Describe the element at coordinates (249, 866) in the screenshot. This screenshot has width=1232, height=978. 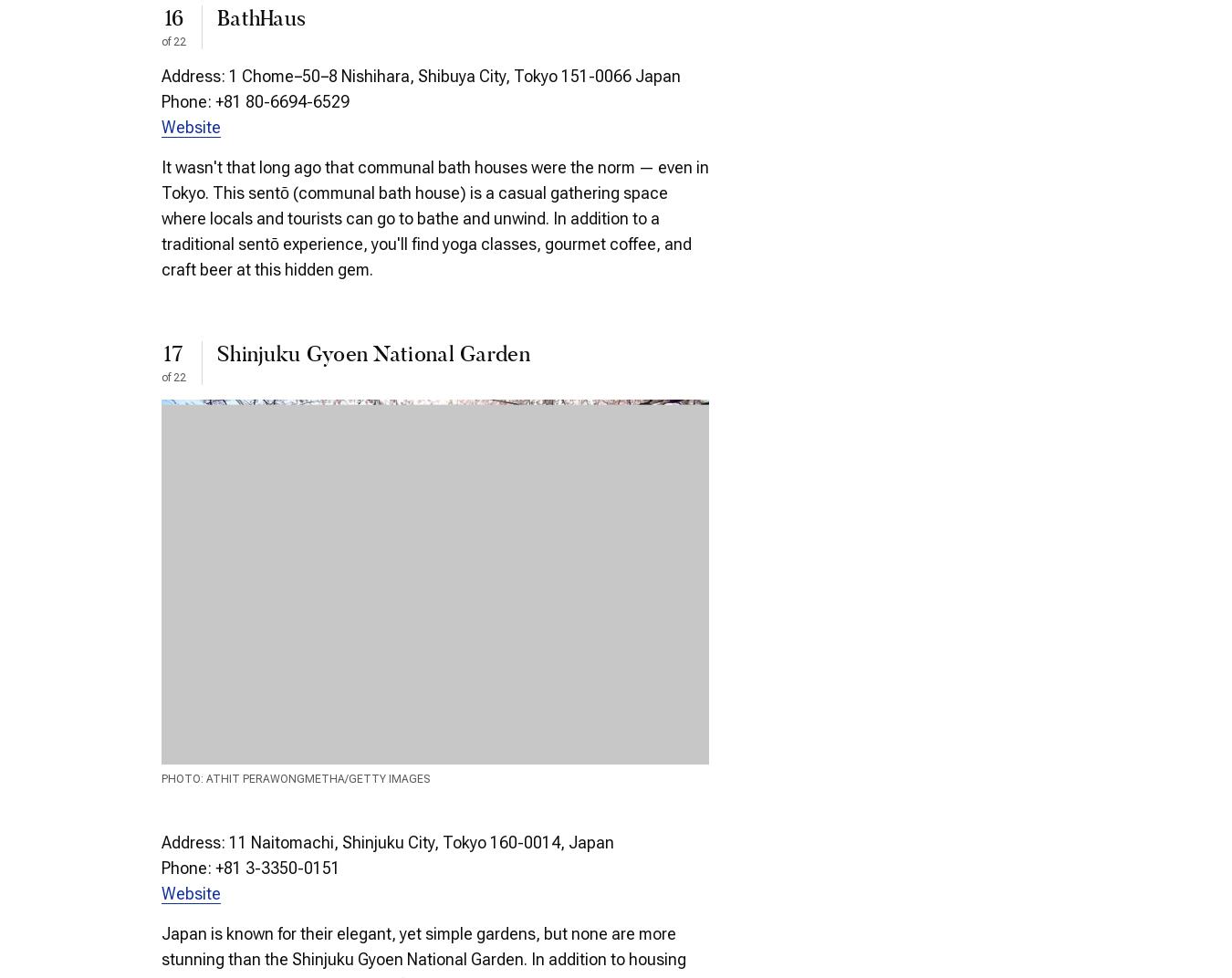
I see `'Phone: +81 3-3350-0151'` at that location.